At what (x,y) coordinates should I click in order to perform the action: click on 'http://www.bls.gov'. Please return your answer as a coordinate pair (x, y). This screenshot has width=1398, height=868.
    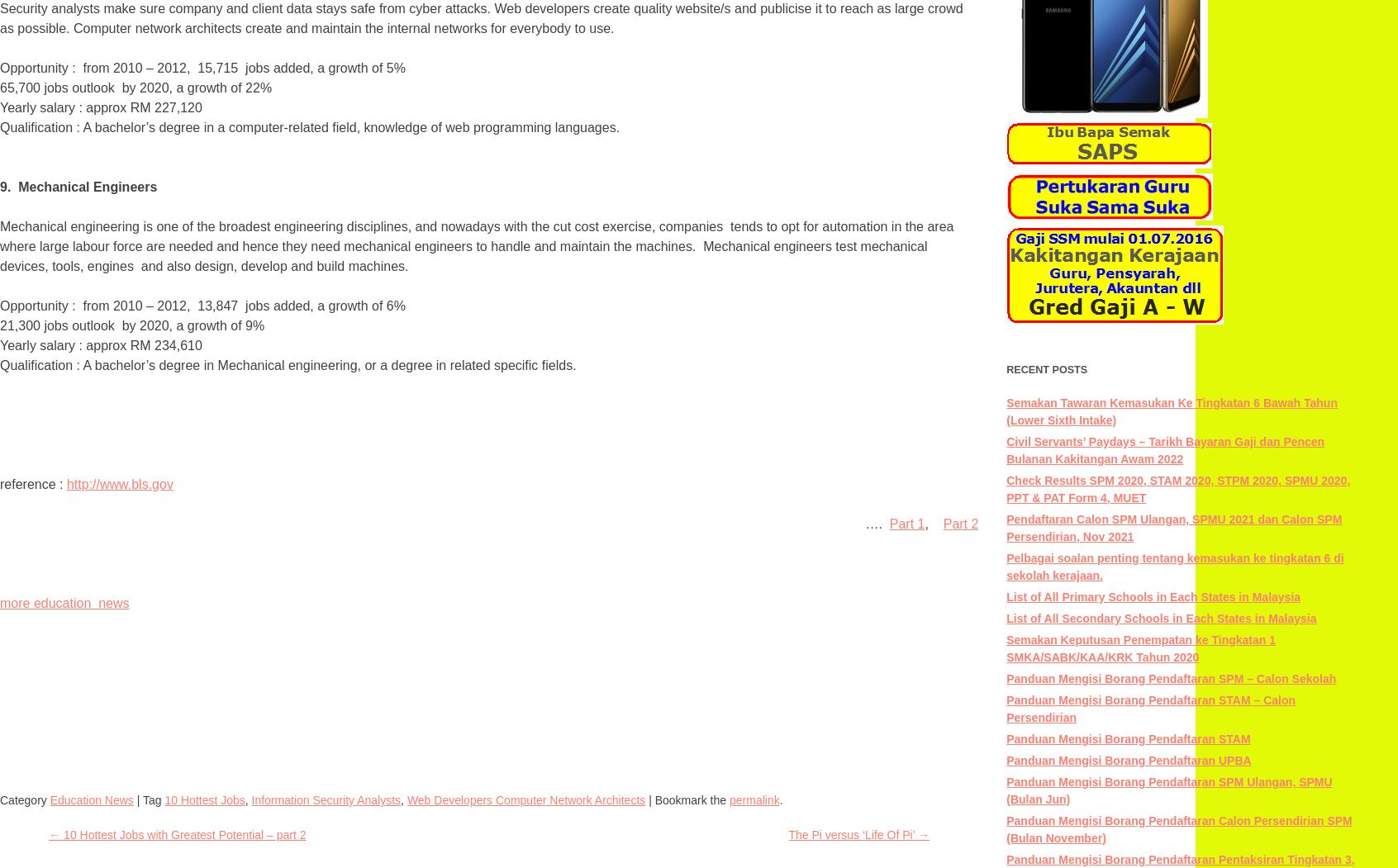
    Looking at the image, I should click on (118, 484).